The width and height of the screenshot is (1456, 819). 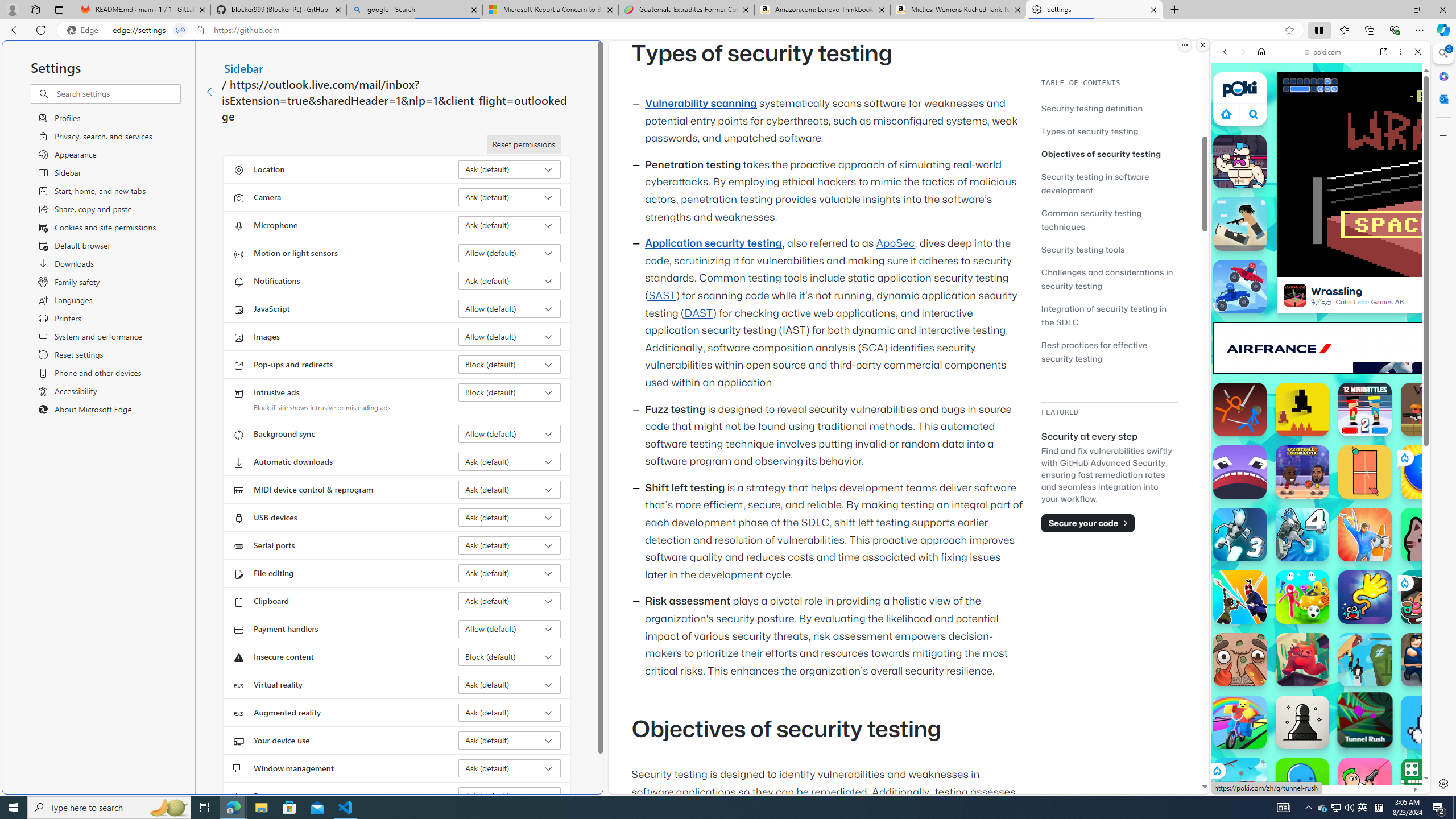 I want to click on 'Classic Chess Classic Chess', so click(x=1301, y=722).